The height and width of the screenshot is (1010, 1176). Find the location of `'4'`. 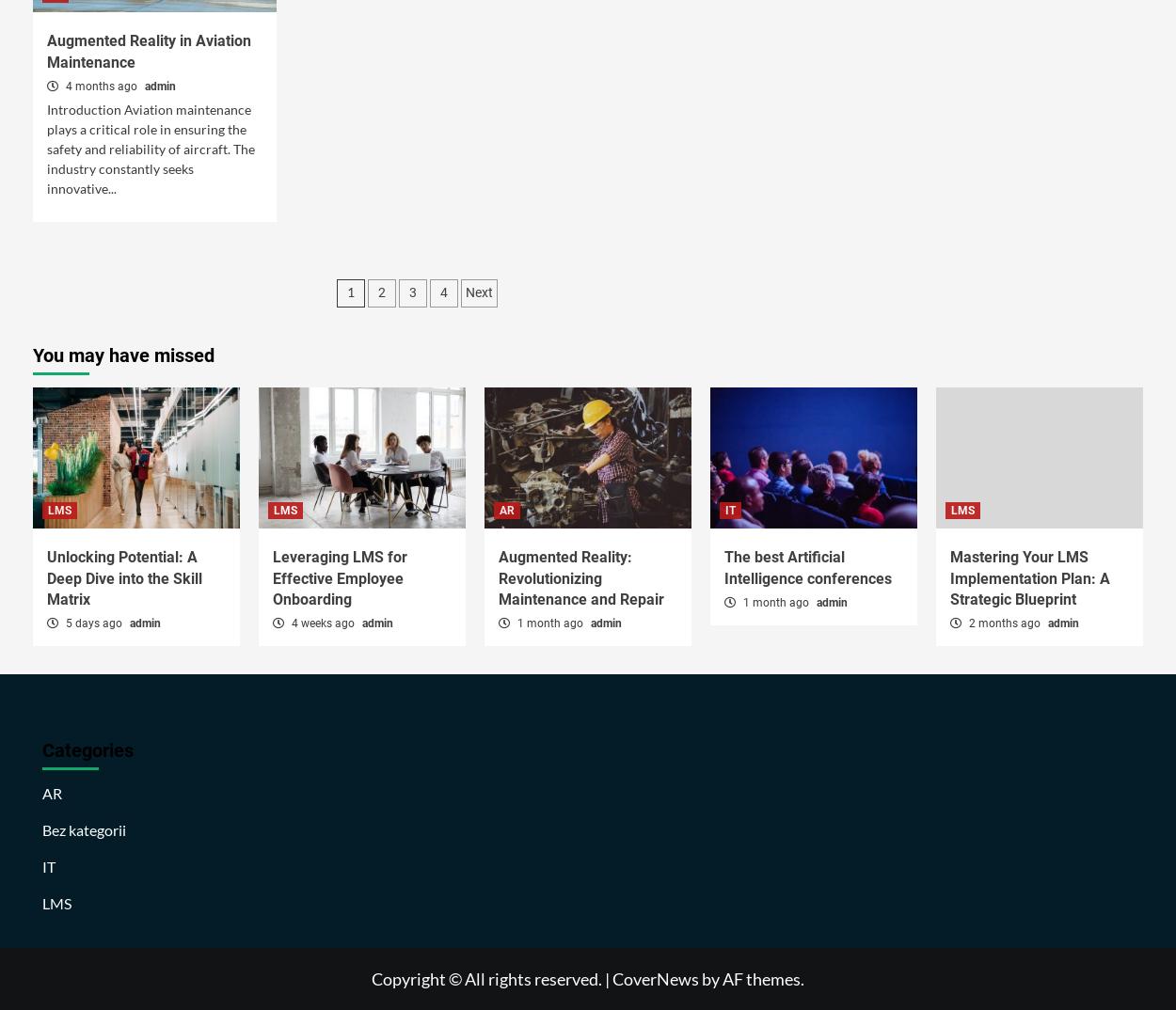

'4' is located at coordinates (442, 292).